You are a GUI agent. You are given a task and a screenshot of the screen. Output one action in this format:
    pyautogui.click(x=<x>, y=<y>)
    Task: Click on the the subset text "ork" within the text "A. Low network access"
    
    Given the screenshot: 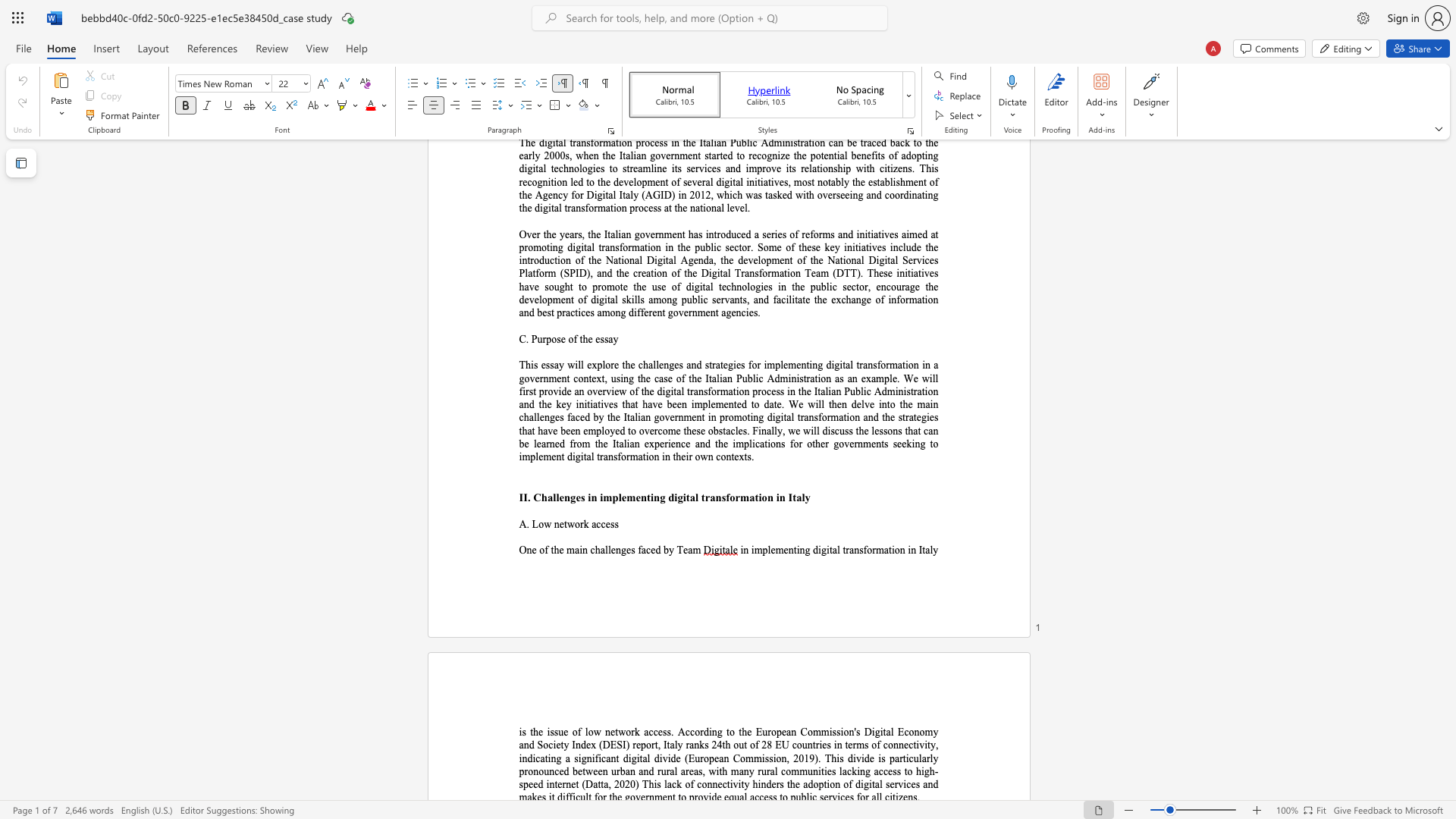 What is the action you would take?
    pyautogui.click(x=574, y=523)
    